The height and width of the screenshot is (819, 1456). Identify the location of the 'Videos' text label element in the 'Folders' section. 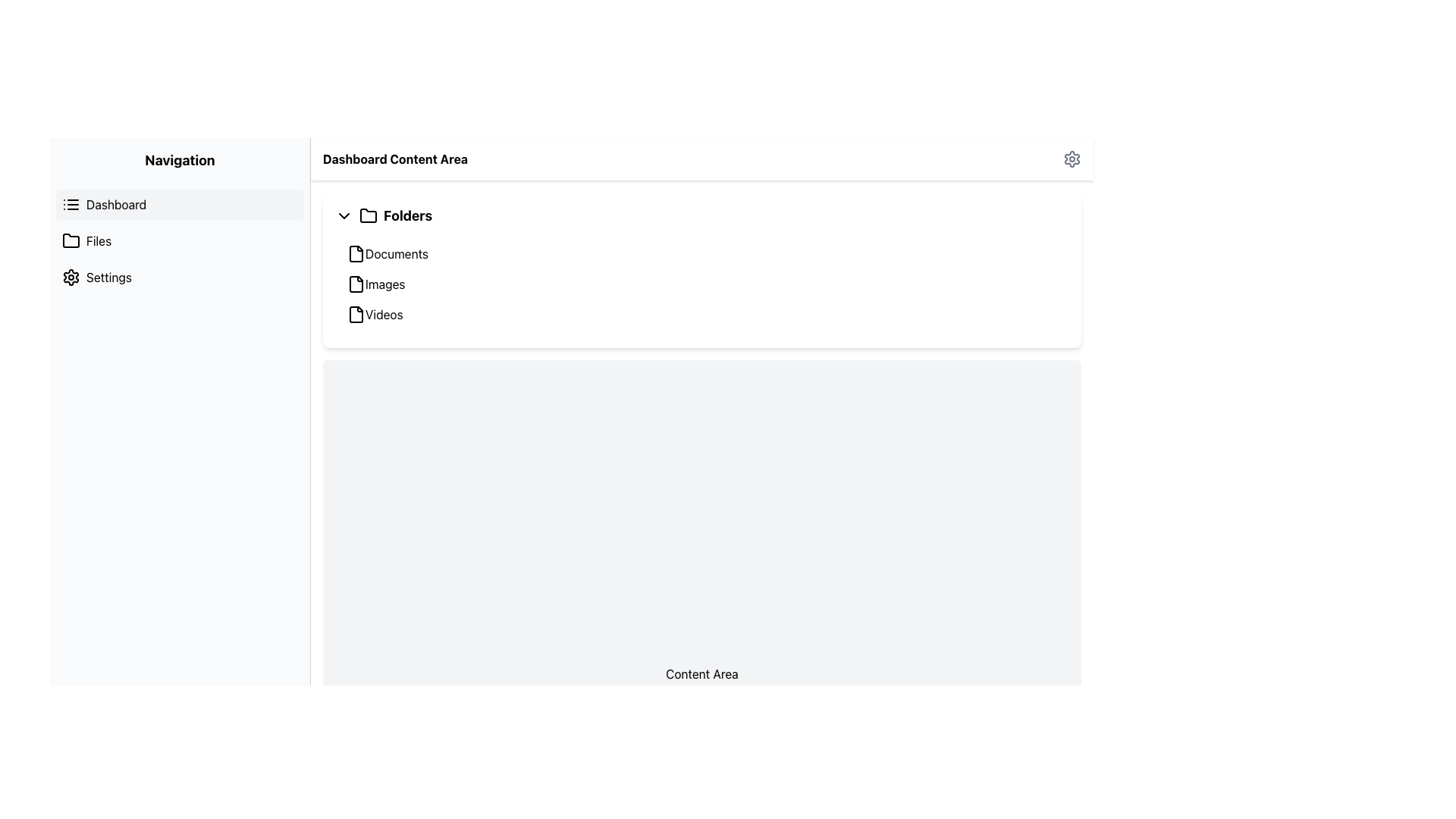
(384, 314).